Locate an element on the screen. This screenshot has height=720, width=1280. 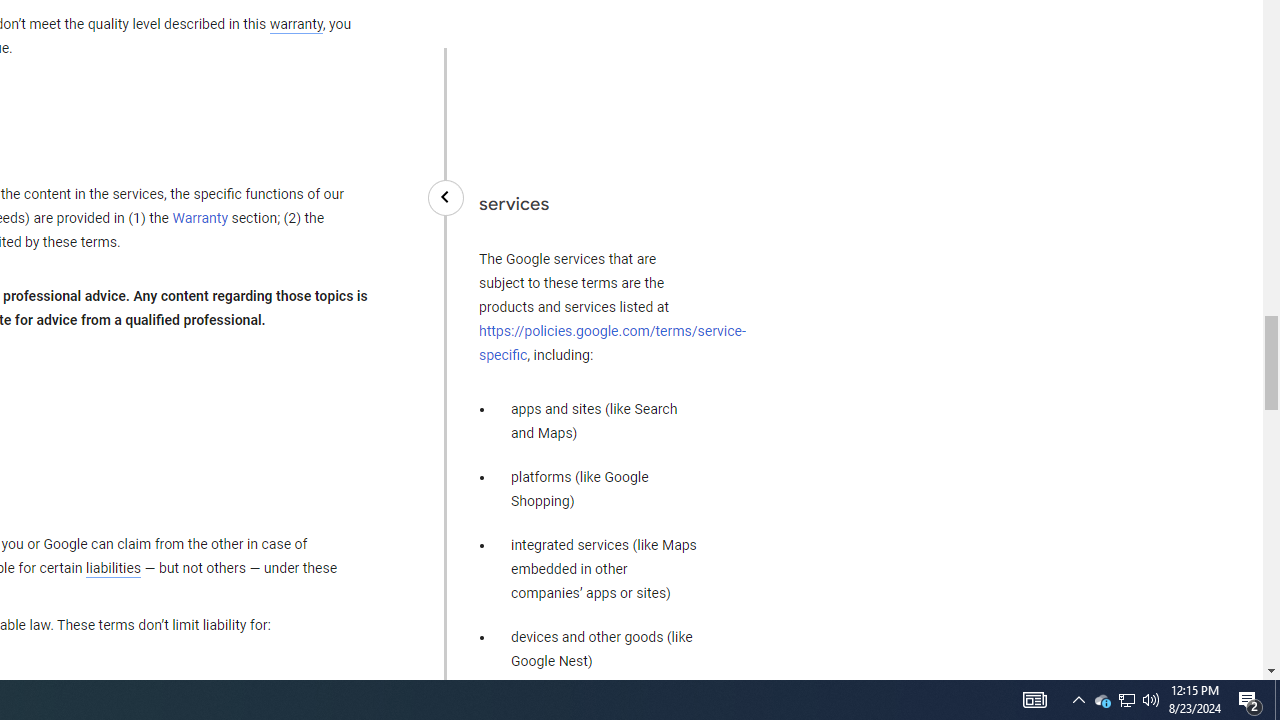
'warranty' is located at coordinates (294, 25).